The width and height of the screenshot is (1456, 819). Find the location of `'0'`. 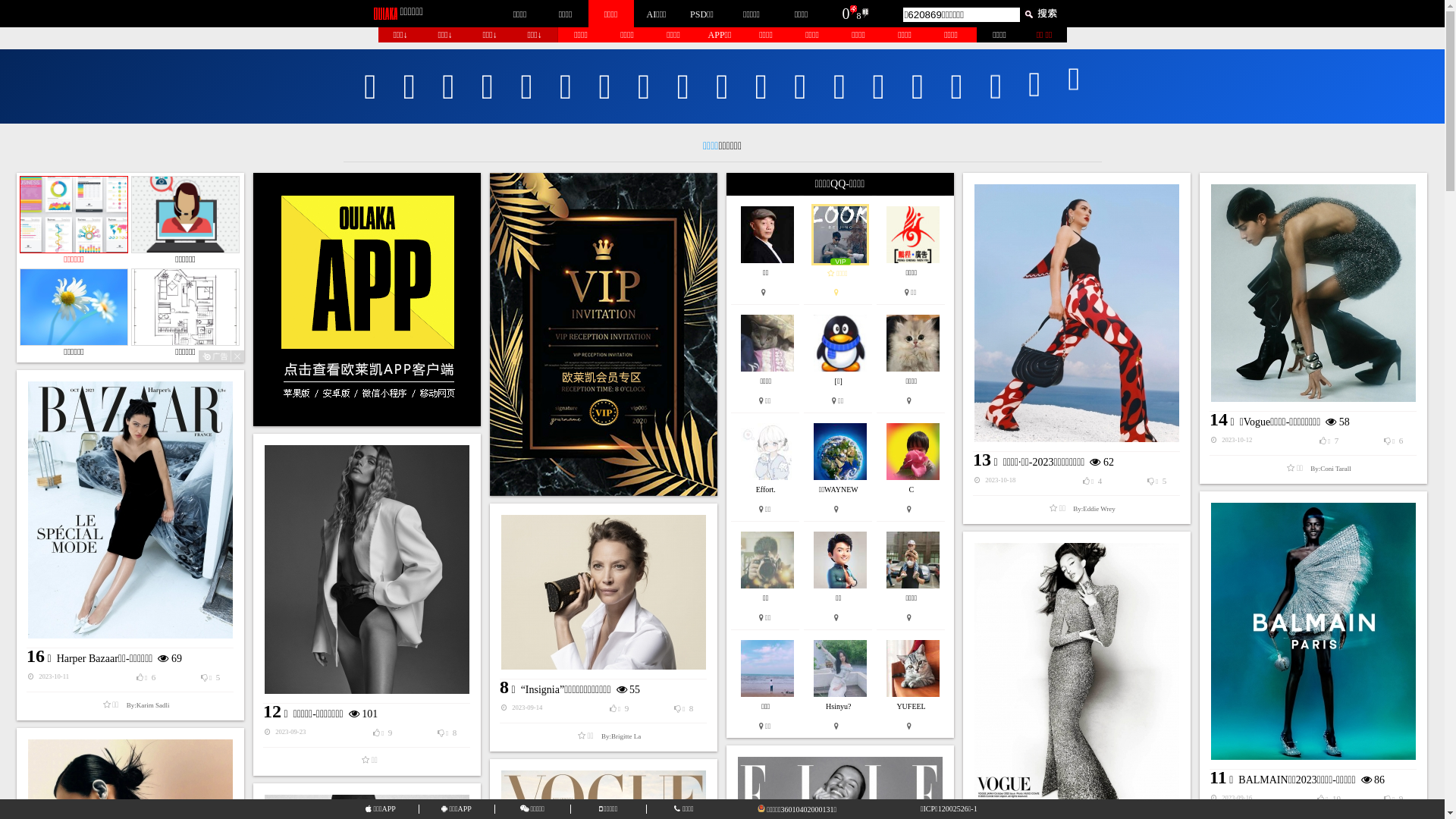

'0' is located at coordinates (844, 14).